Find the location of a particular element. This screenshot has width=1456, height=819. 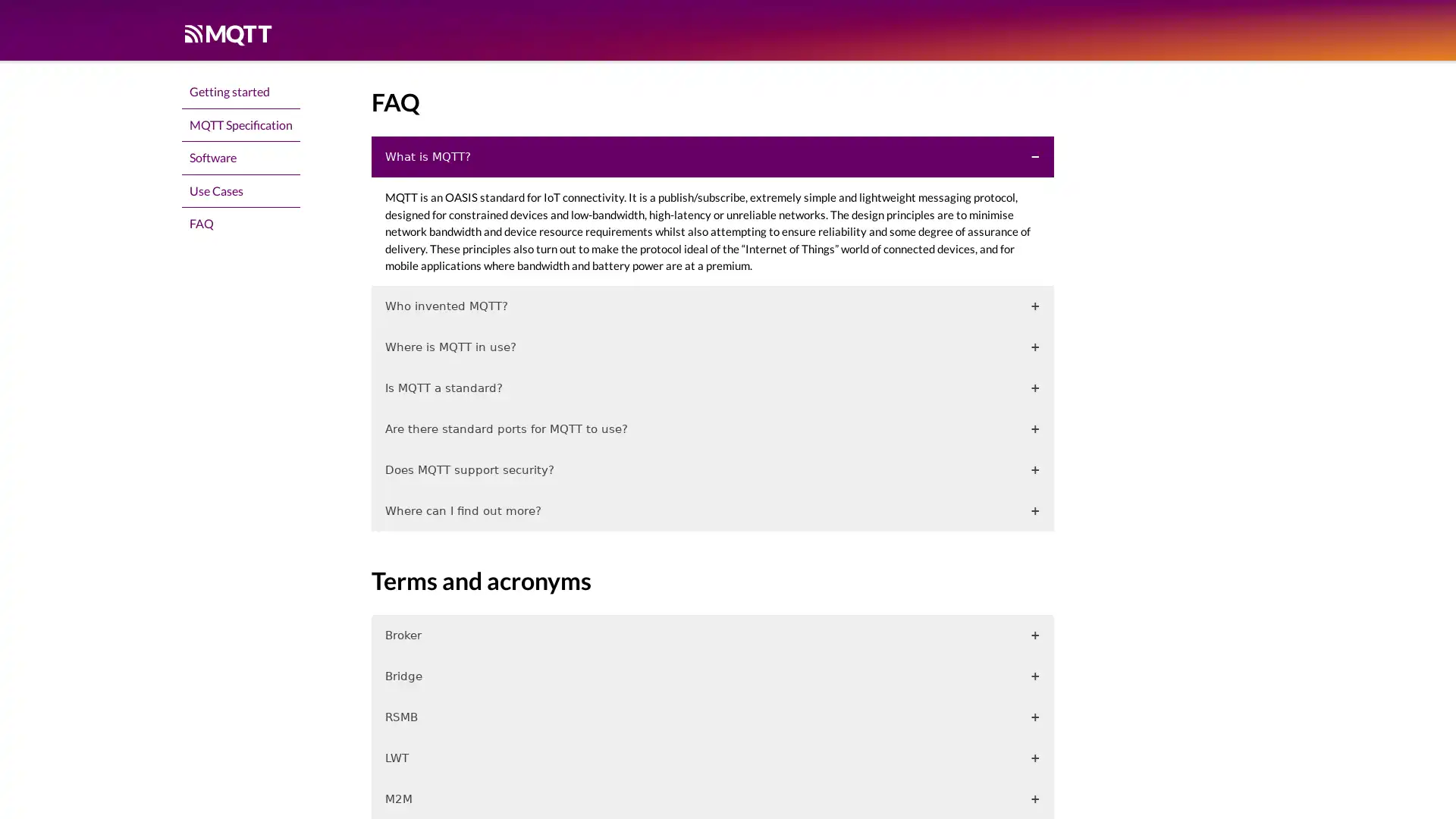

Bridge + is located at coordinates (712, 675).